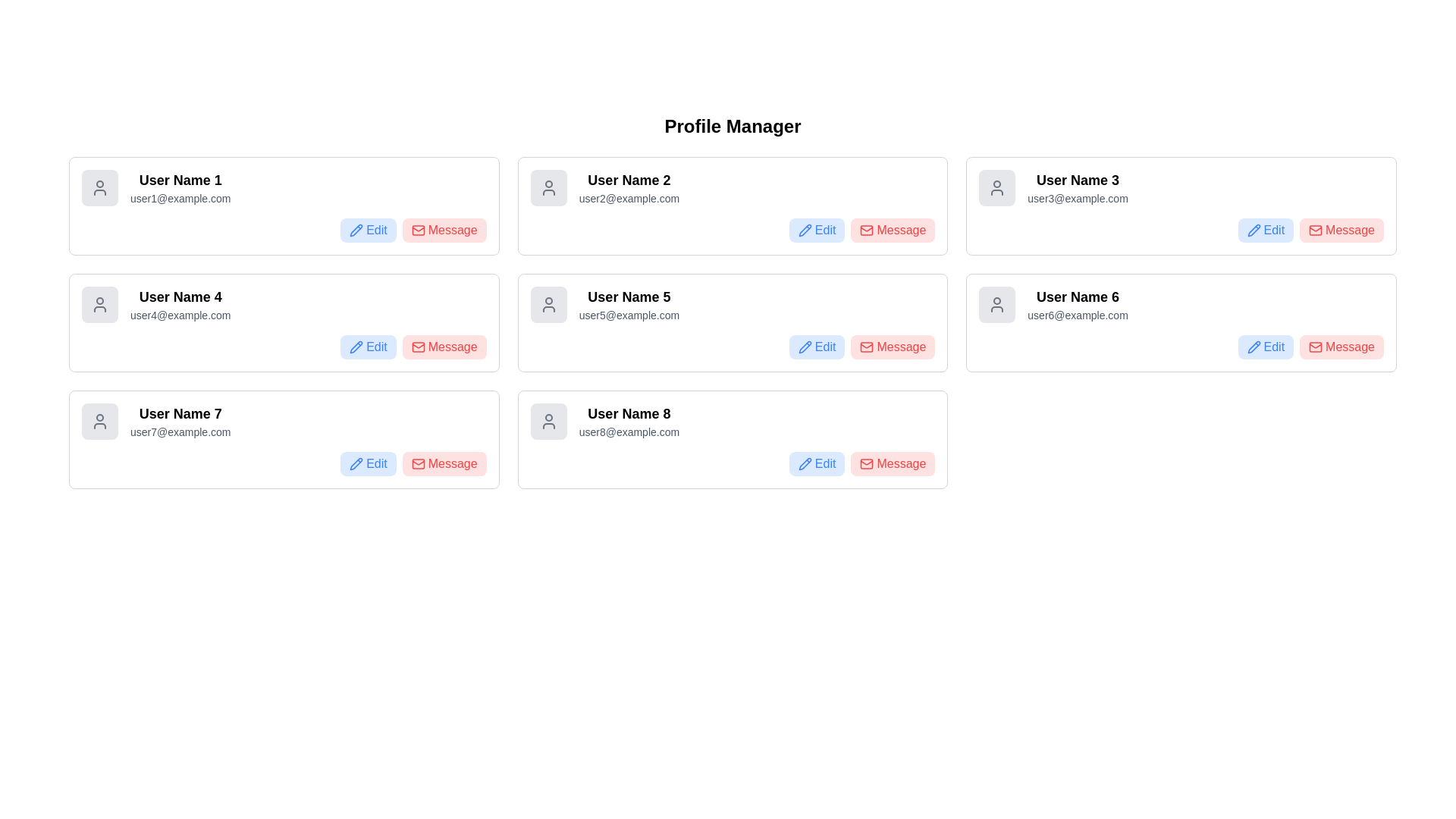  What do you see at coordinates (418, 231) in the screenshot?
I see `the graphic representation of the mail icon, which is a rectangular component with rounded corners styled to look like an envelope, located as the second slot of the second row within the broader 'Message' action button` at bounding box center [418, 231].